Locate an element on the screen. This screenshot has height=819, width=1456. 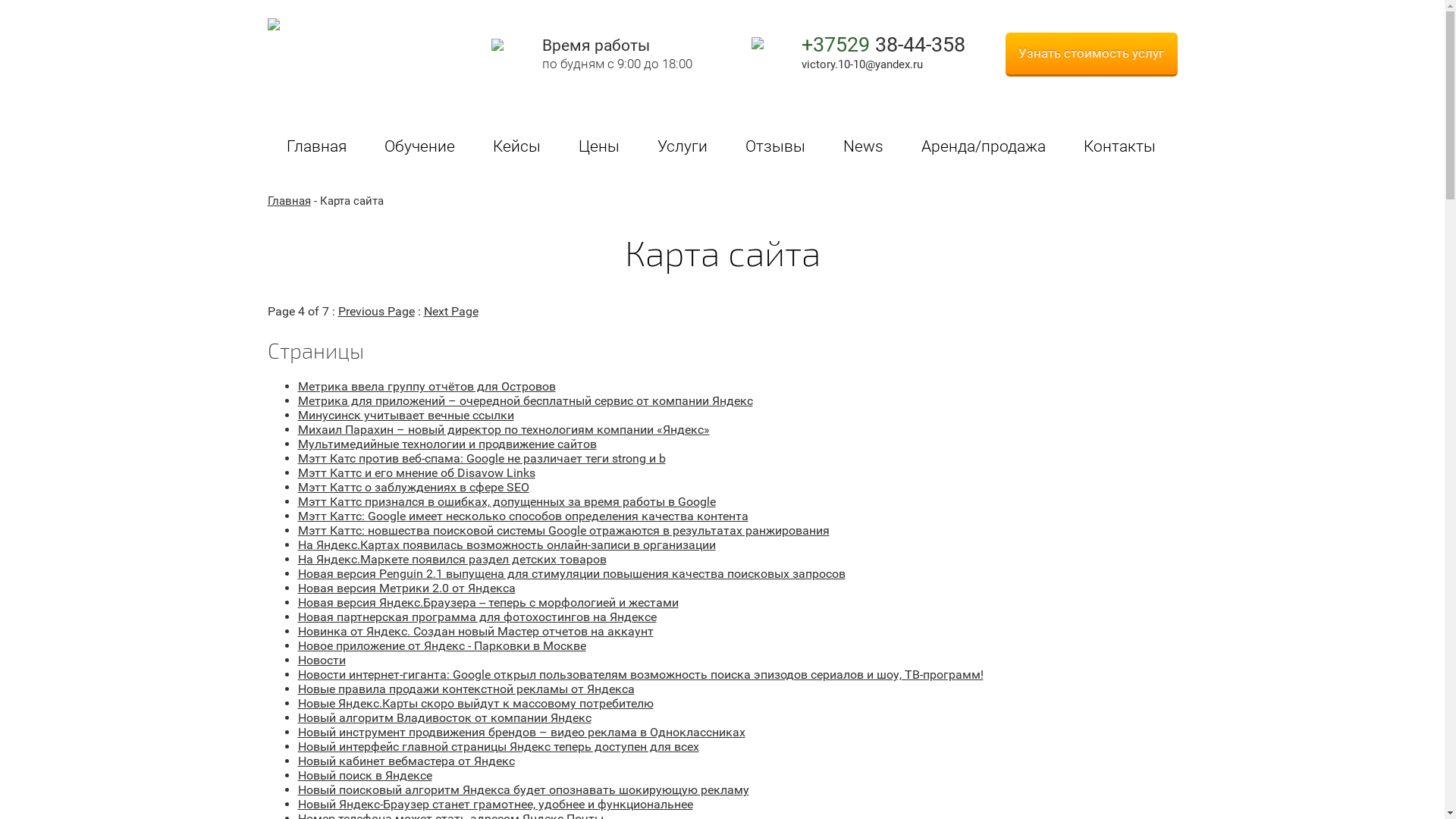
'Next Page' is located at coordinates (450, 310).